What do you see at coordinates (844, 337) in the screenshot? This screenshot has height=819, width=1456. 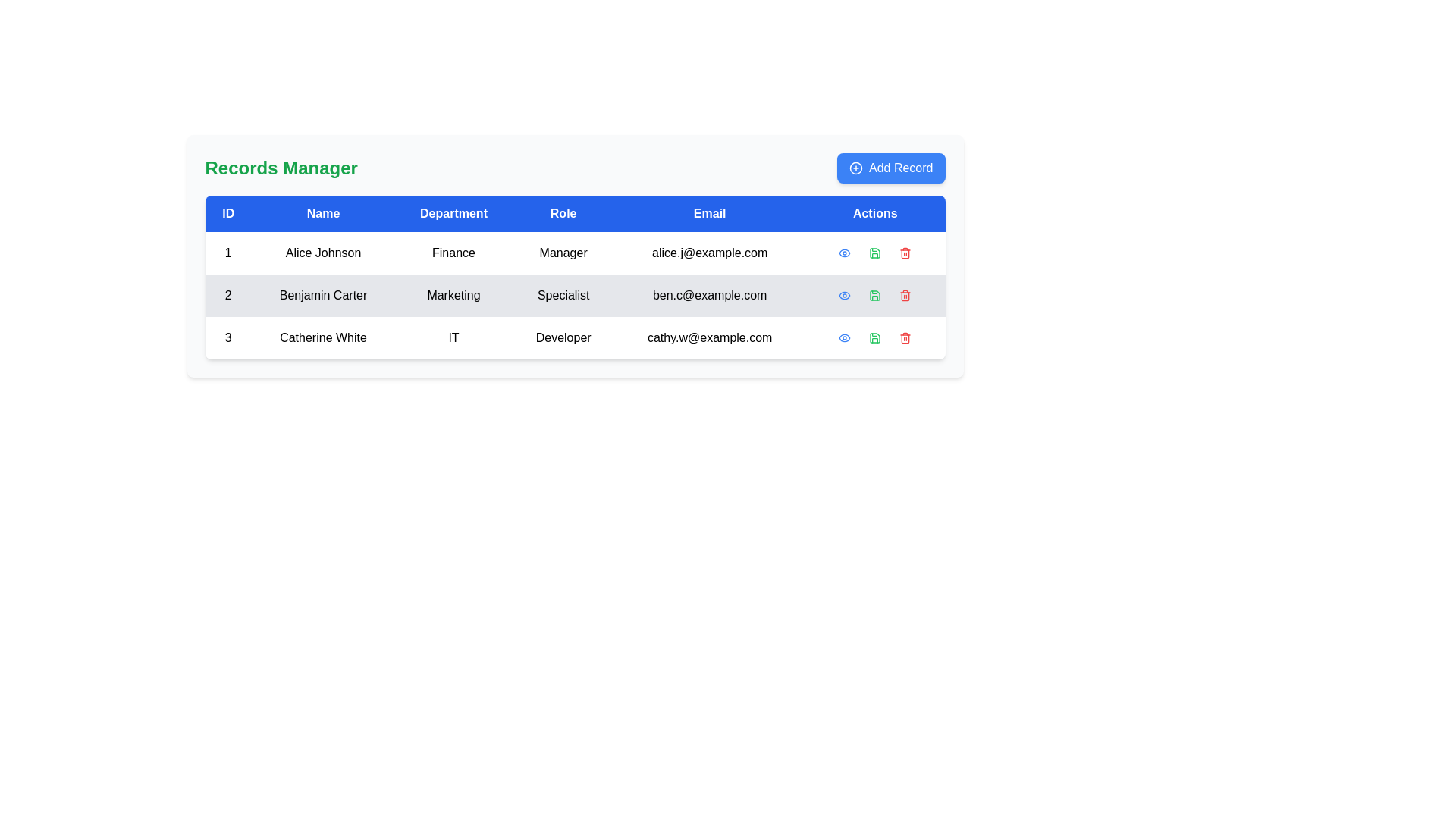 I see `the rounded button with a blue outline shaped like an eye, located in the 'Actions' column of the third row, next to the email 'cathy.w@example.com'` at bounding box center [844, 337].